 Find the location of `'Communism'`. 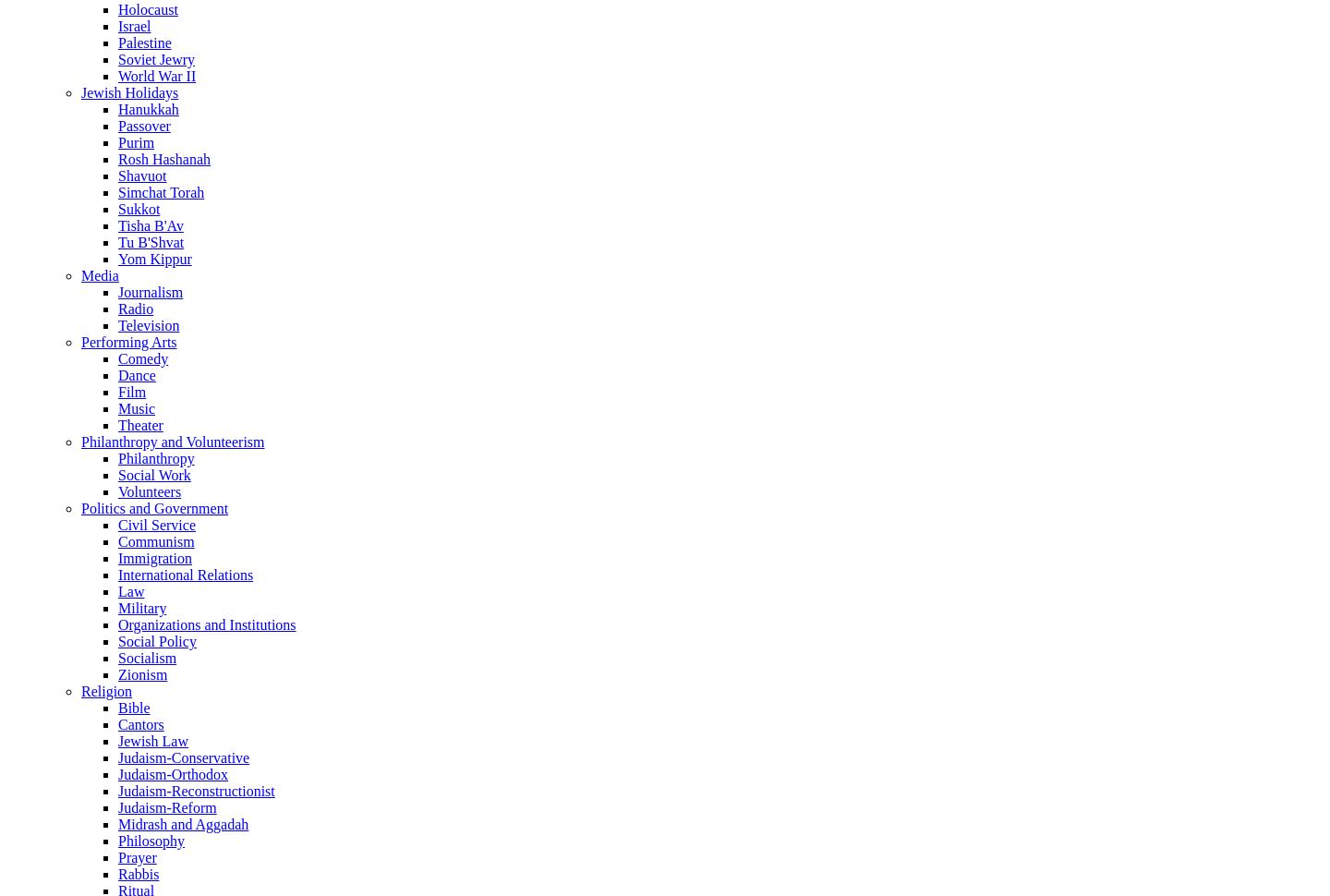

'Communism' is located at coordinates (155, 540).